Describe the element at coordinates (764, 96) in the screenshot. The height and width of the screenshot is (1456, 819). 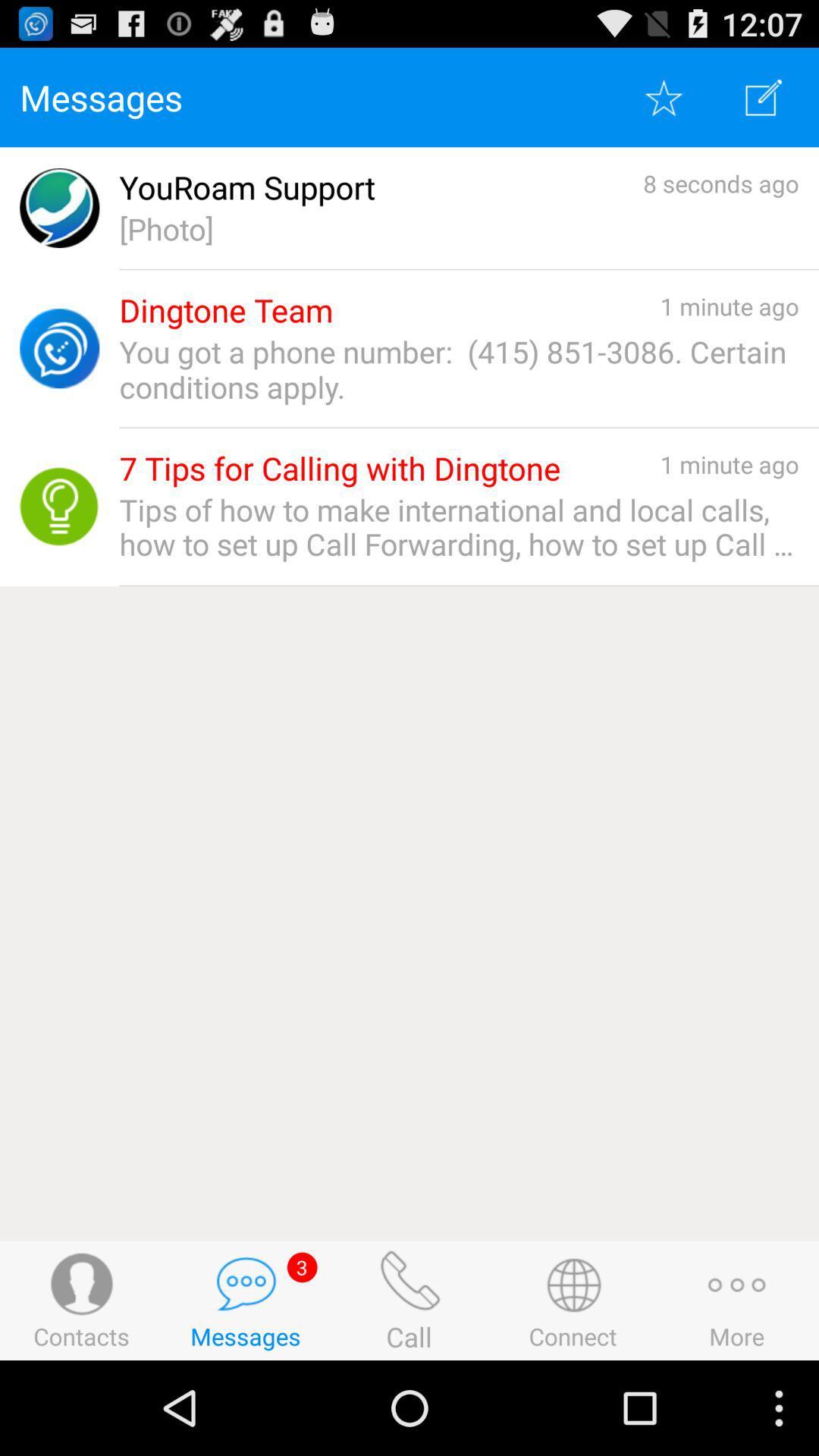
I see `write option` at that location.